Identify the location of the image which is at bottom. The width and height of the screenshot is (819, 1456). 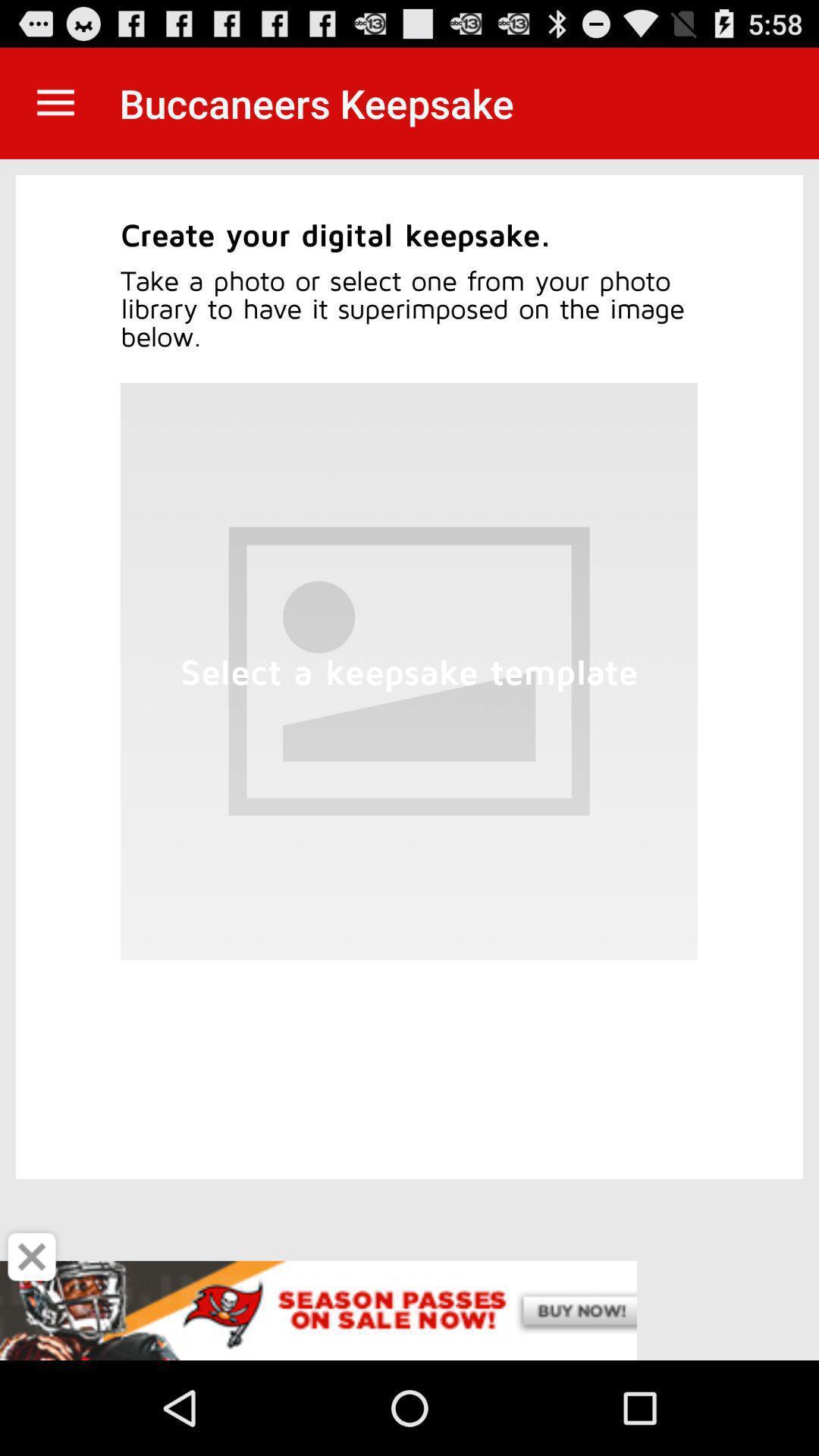
(408, 670).